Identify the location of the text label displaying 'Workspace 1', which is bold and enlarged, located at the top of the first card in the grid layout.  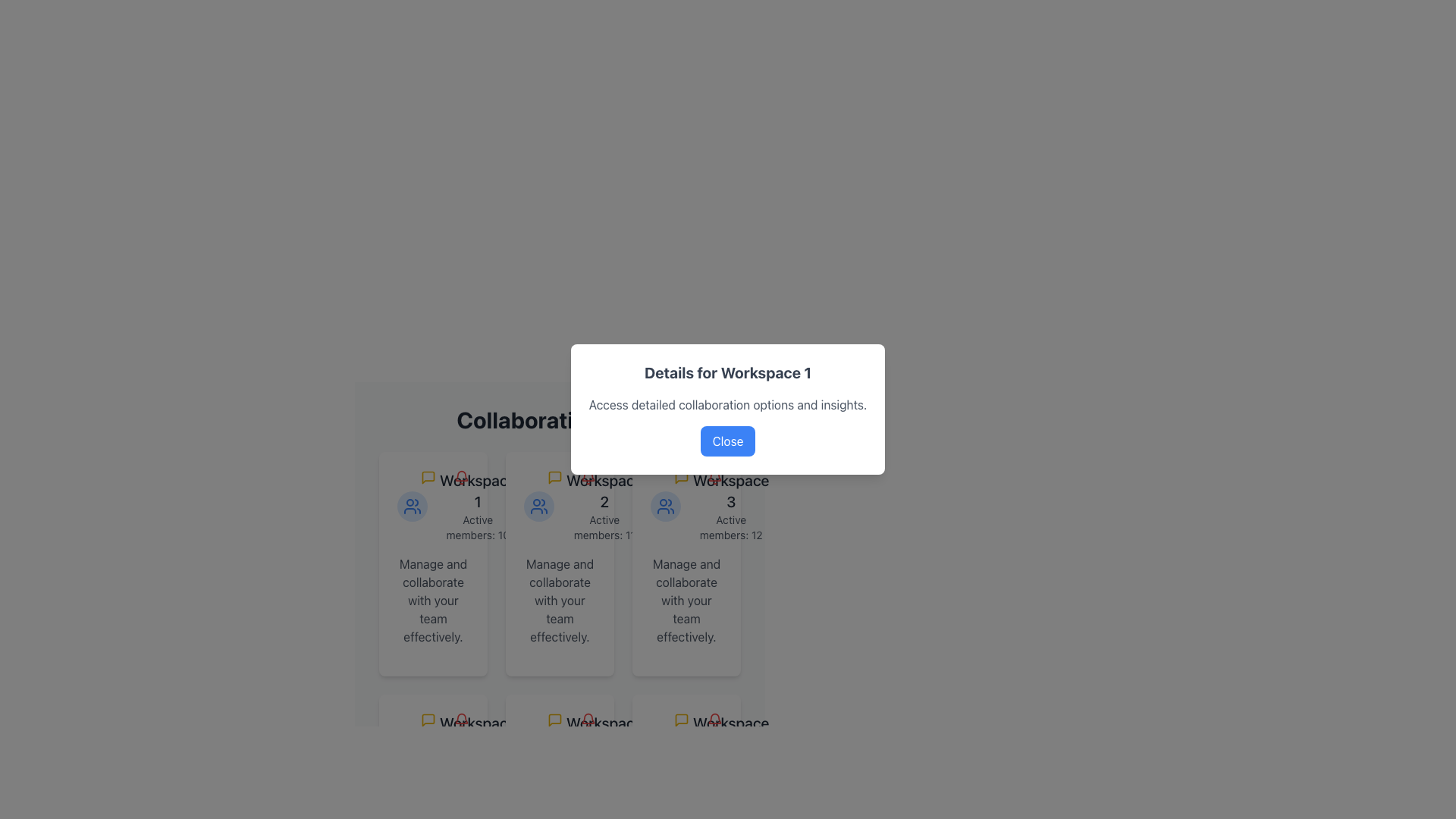
(477, 491).